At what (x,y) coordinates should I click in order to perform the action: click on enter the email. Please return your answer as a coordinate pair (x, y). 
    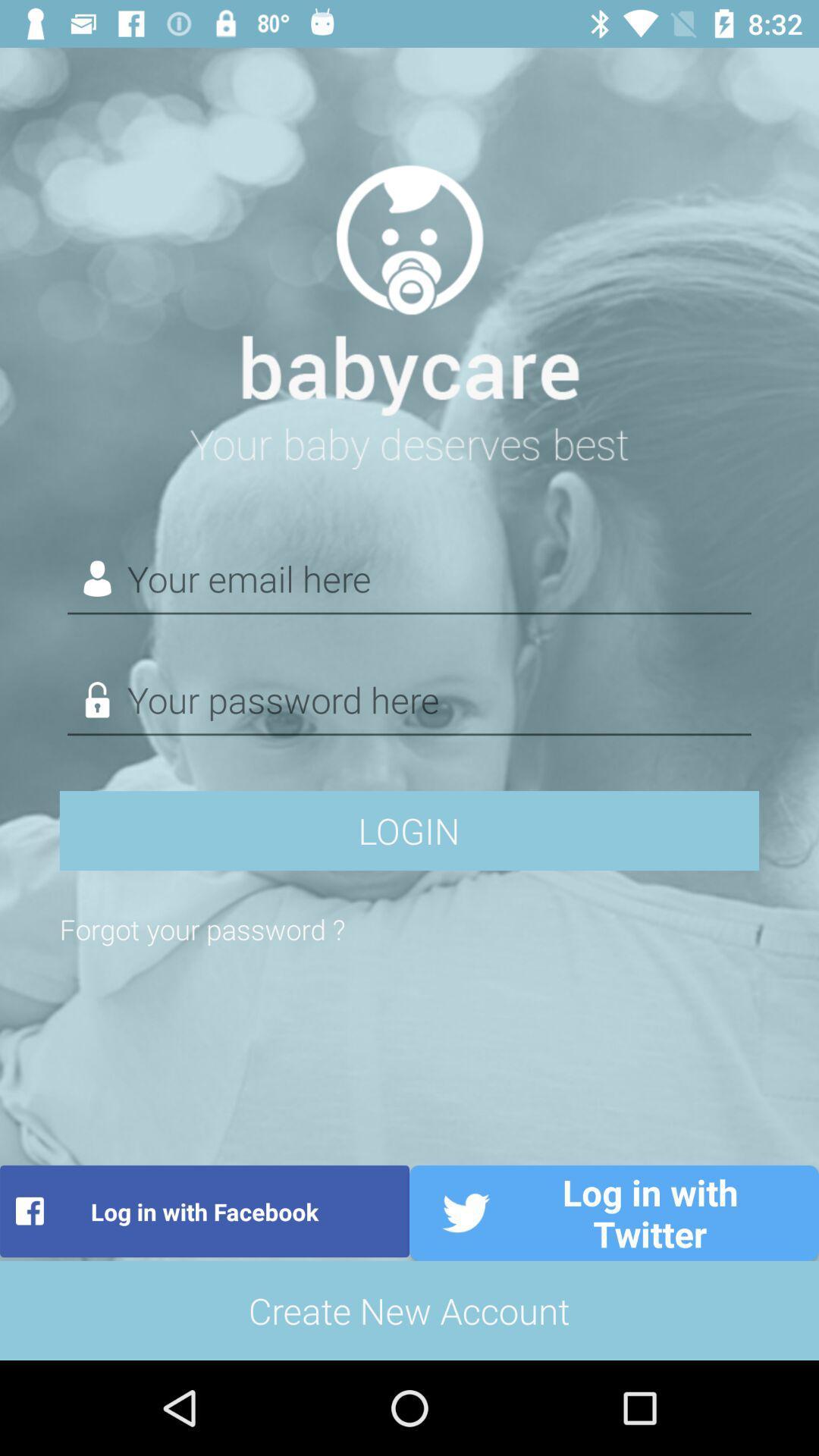
    Looking at the image, I should click on (409, 579).